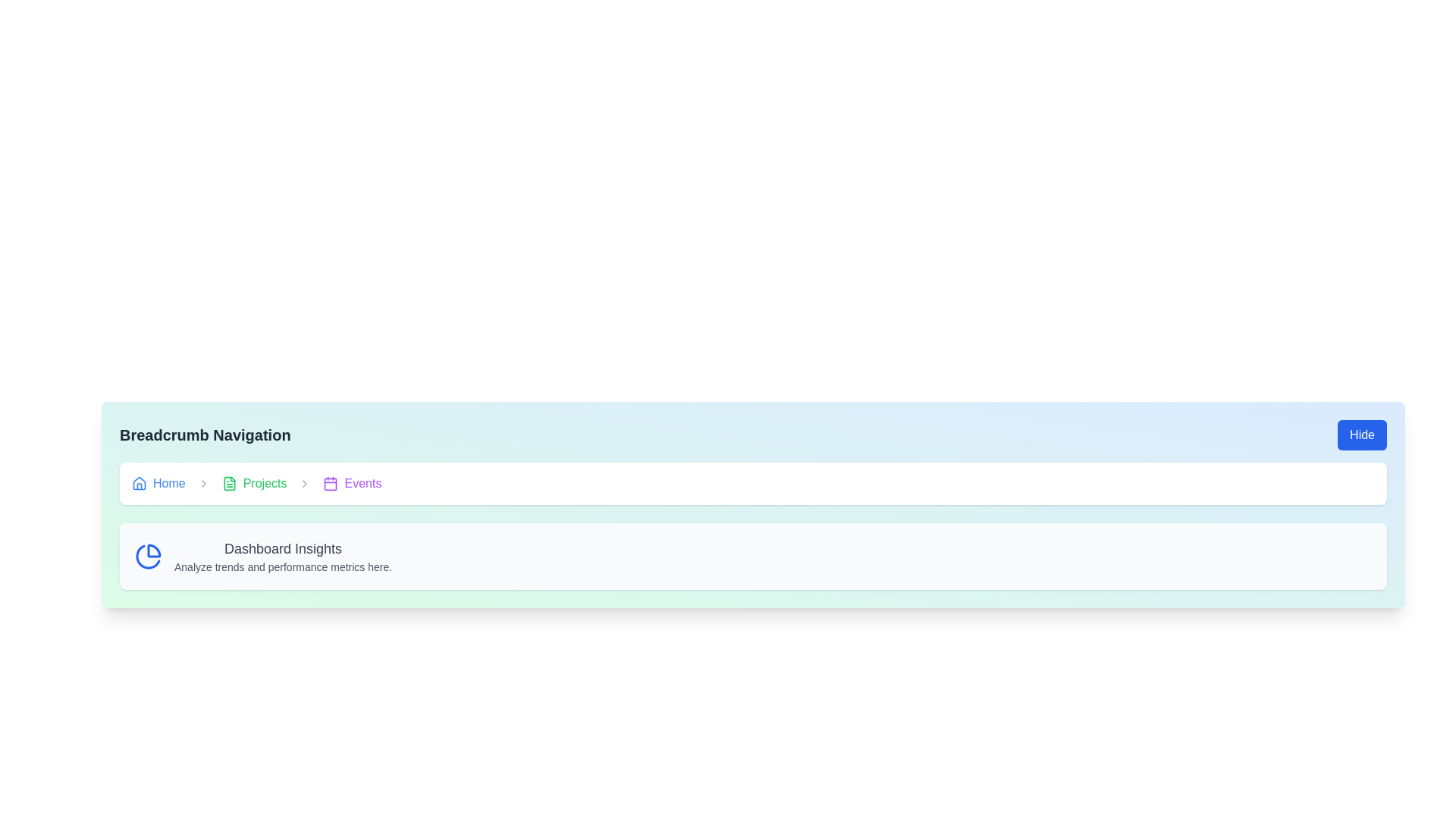  I want to click on the calendar icon element in the breadcrumb navigation, which is a rounded rectangle styled according to the Lucide icon library, positioned between the 'Projects' and 'Events' breadcrumbs, so click(330, 484).